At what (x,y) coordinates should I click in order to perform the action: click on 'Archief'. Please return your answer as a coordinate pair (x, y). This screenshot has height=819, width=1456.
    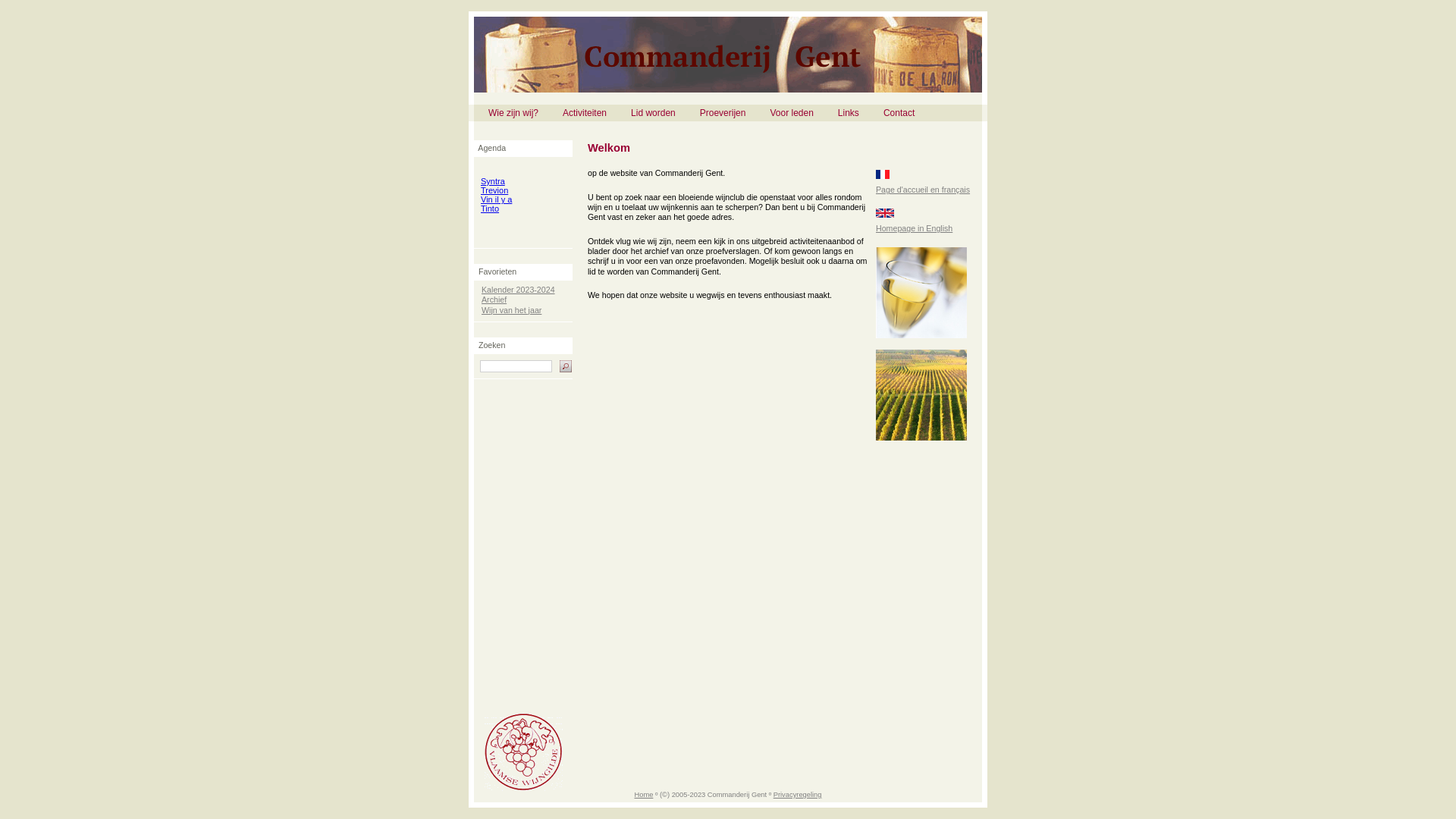
    Looking at the image, I should click on (480, 299).